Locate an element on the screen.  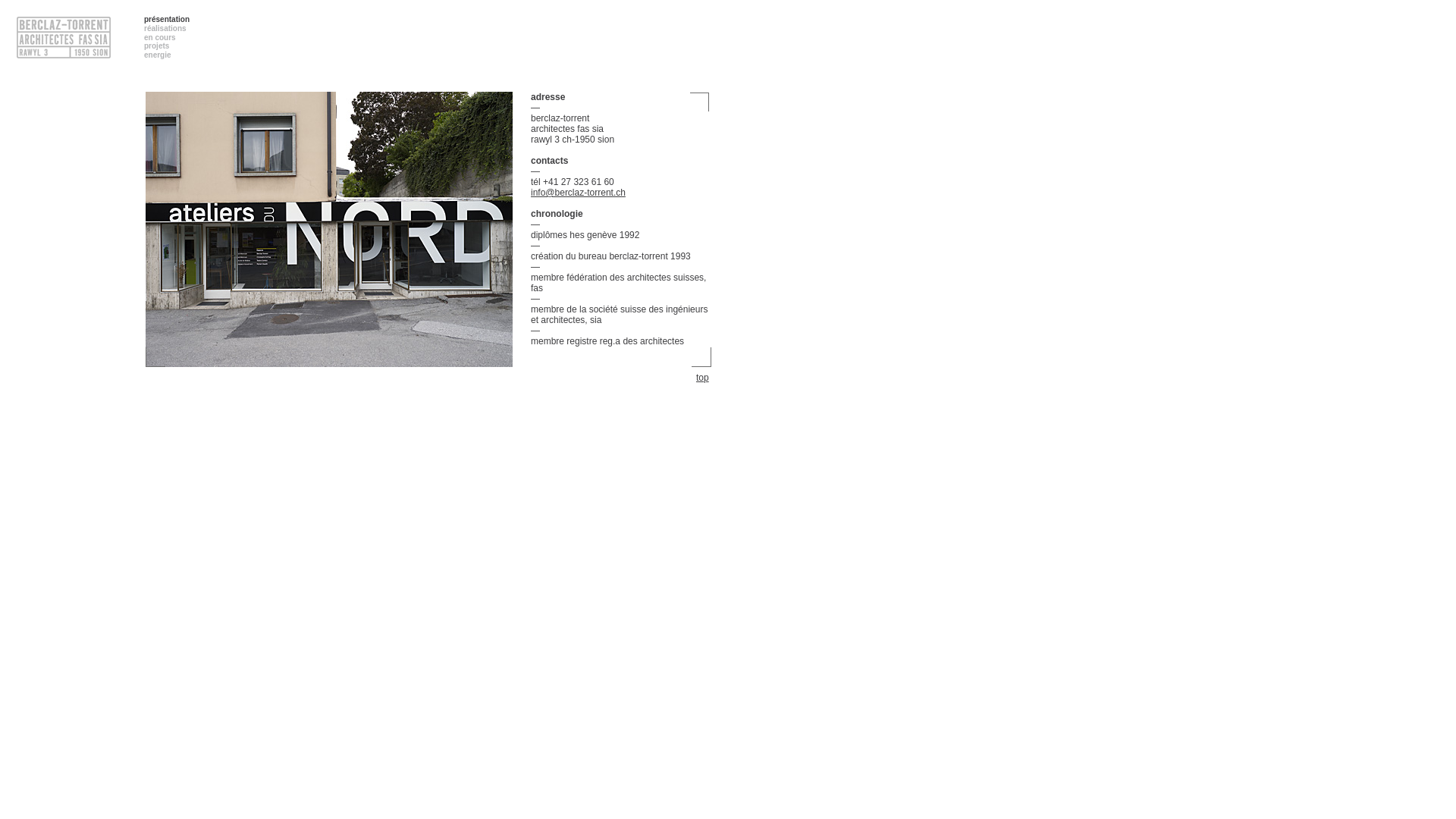
'projets' is located at coordinates (144, 45).